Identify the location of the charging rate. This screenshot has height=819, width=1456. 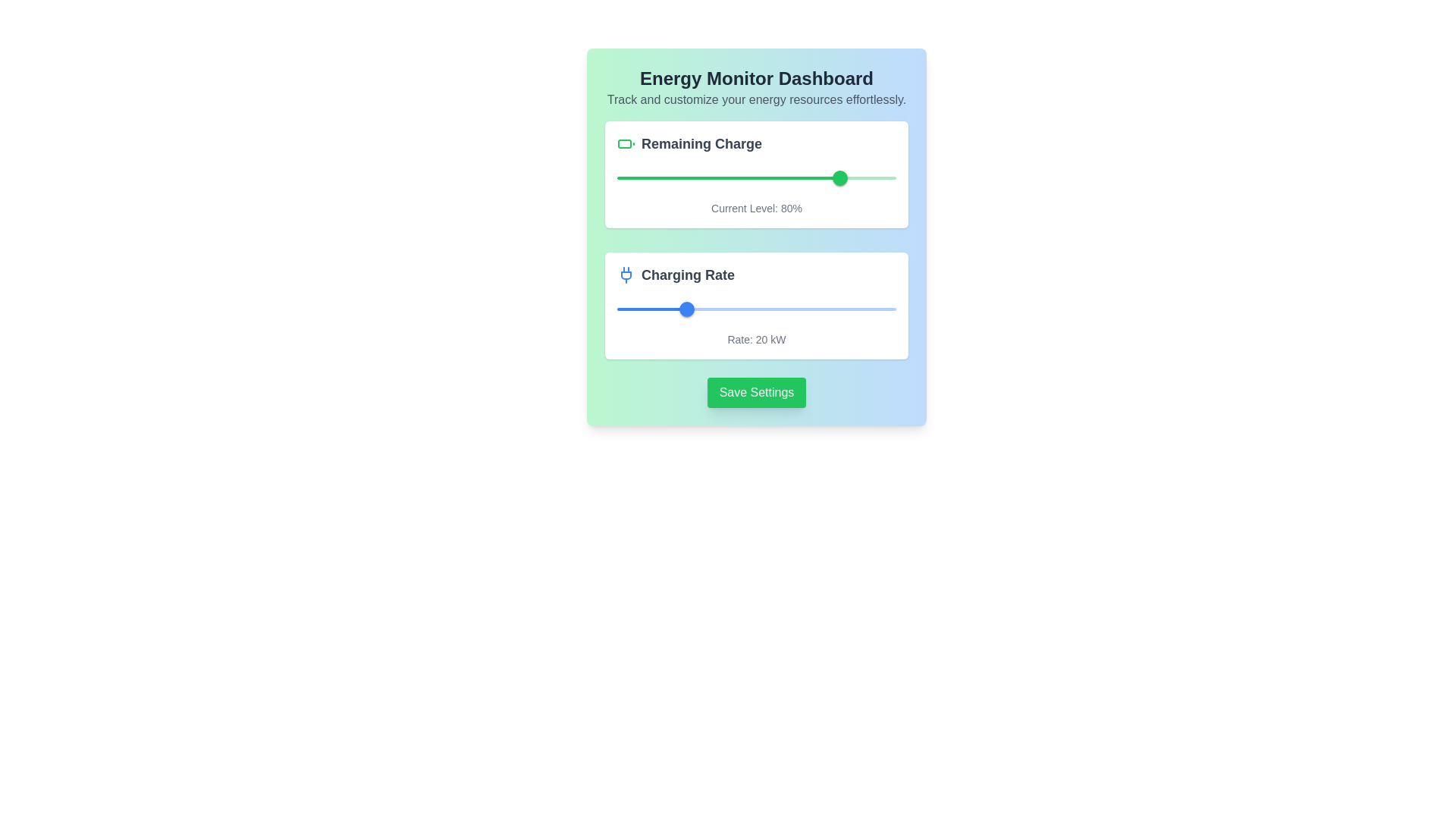
(854, 309).